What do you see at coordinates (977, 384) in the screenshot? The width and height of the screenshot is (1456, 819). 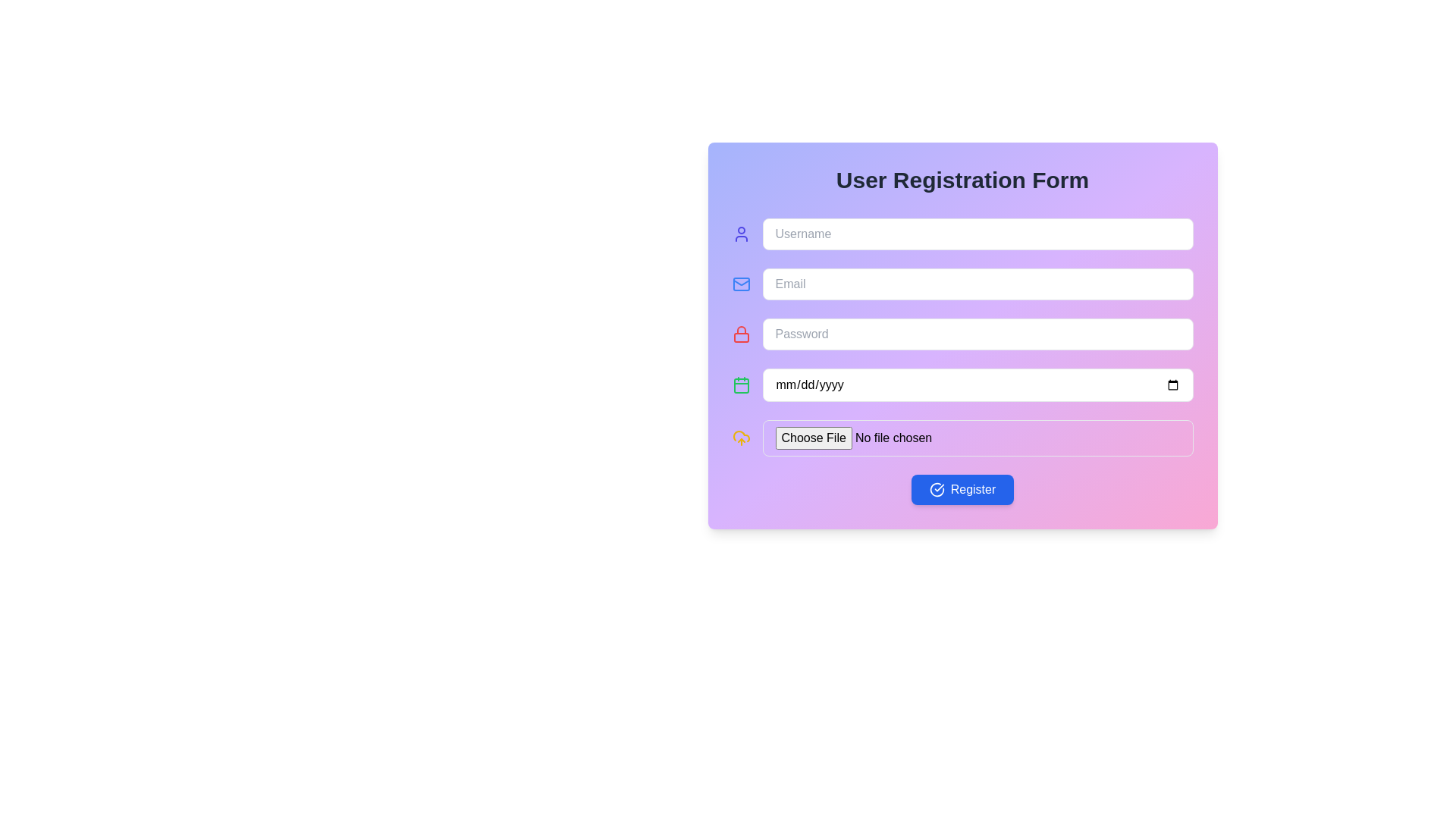 I see `the date input field on the user registration form` at bounding box center [977, 384].